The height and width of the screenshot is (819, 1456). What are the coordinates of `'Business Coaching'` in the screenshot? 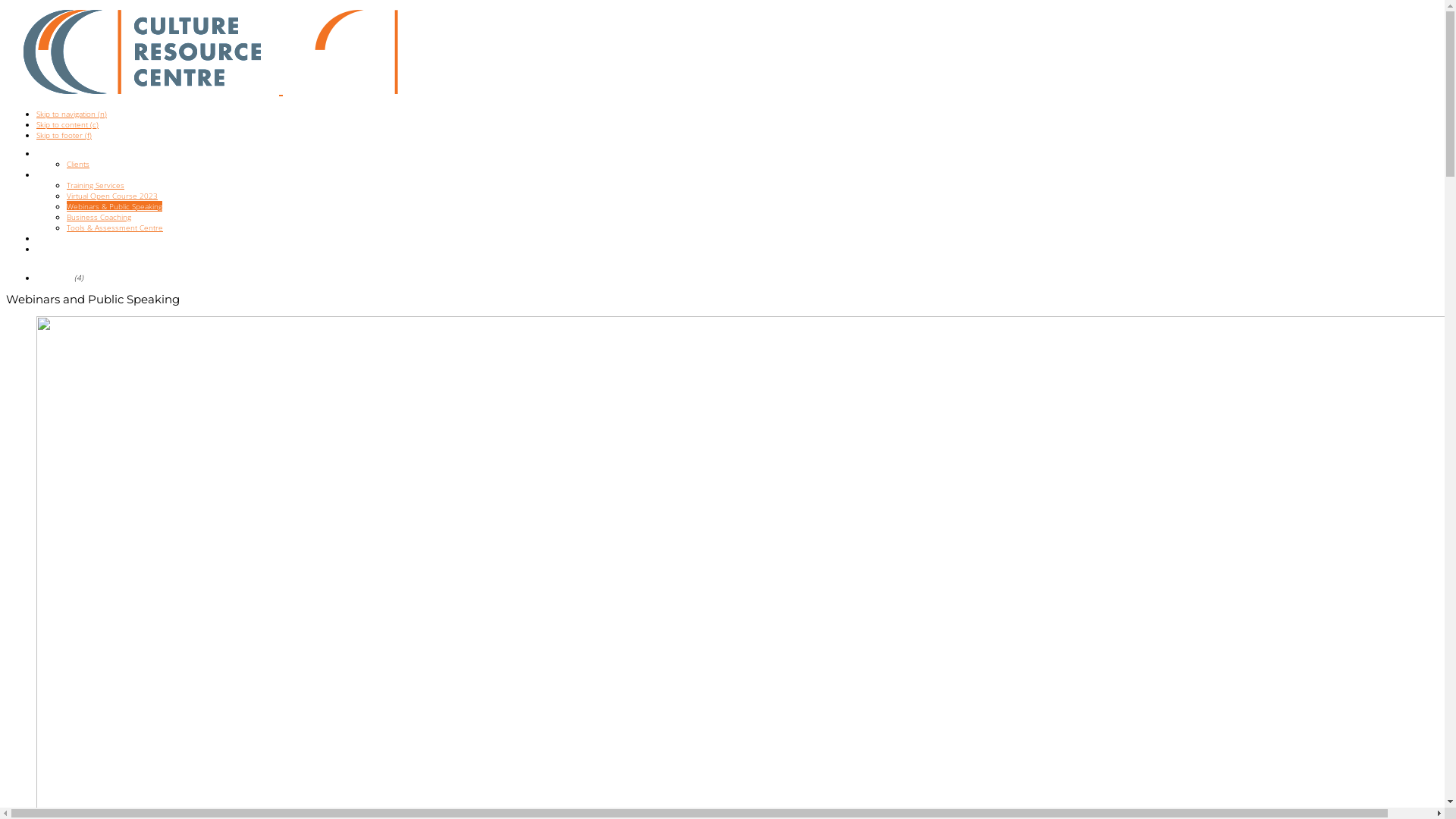 It's located at (65, 216).